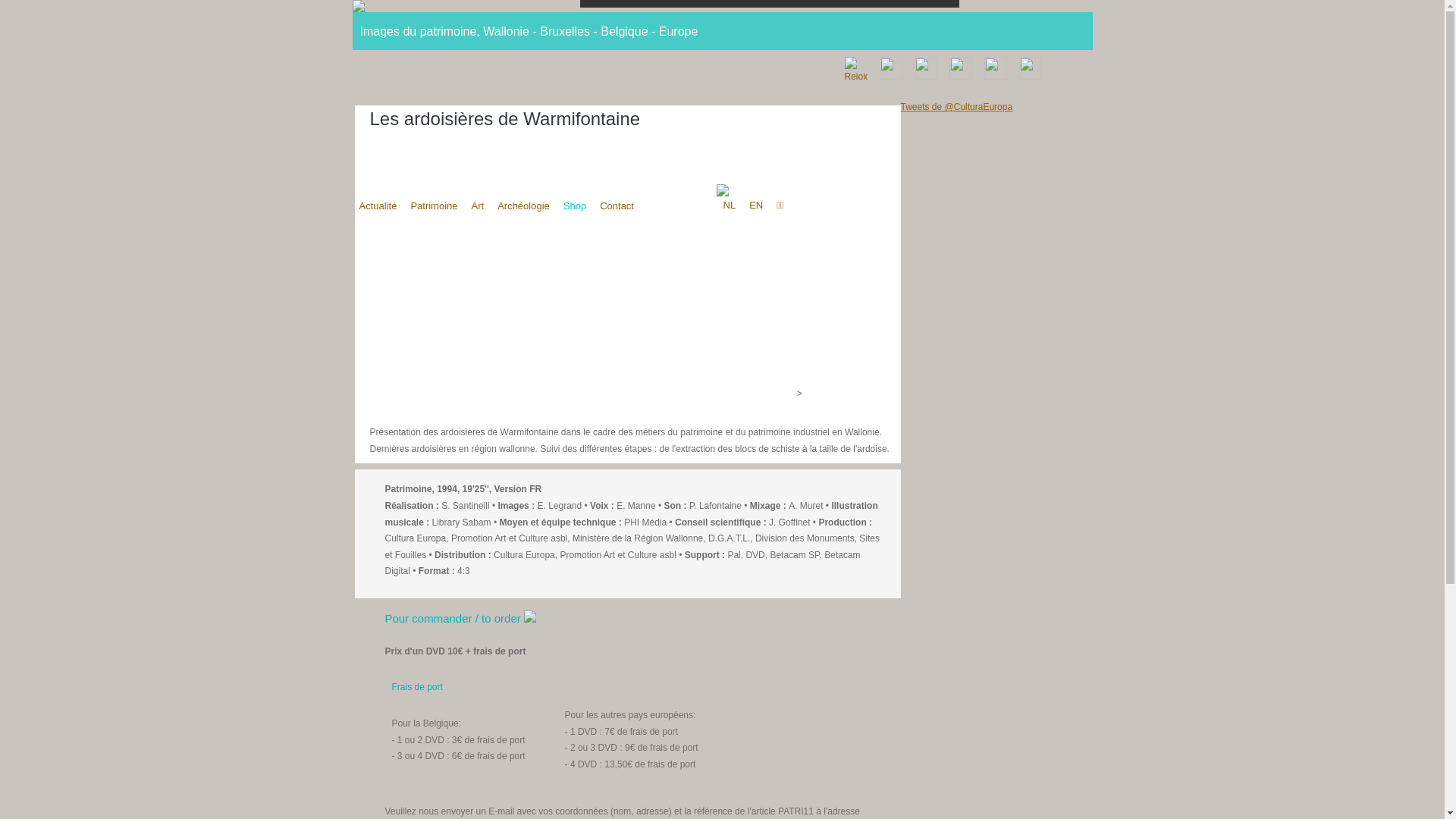  What do you see at coordinates (432, 206) in the screenshot?
I see `'Patrimoine'` at bounding box center [432, 206].